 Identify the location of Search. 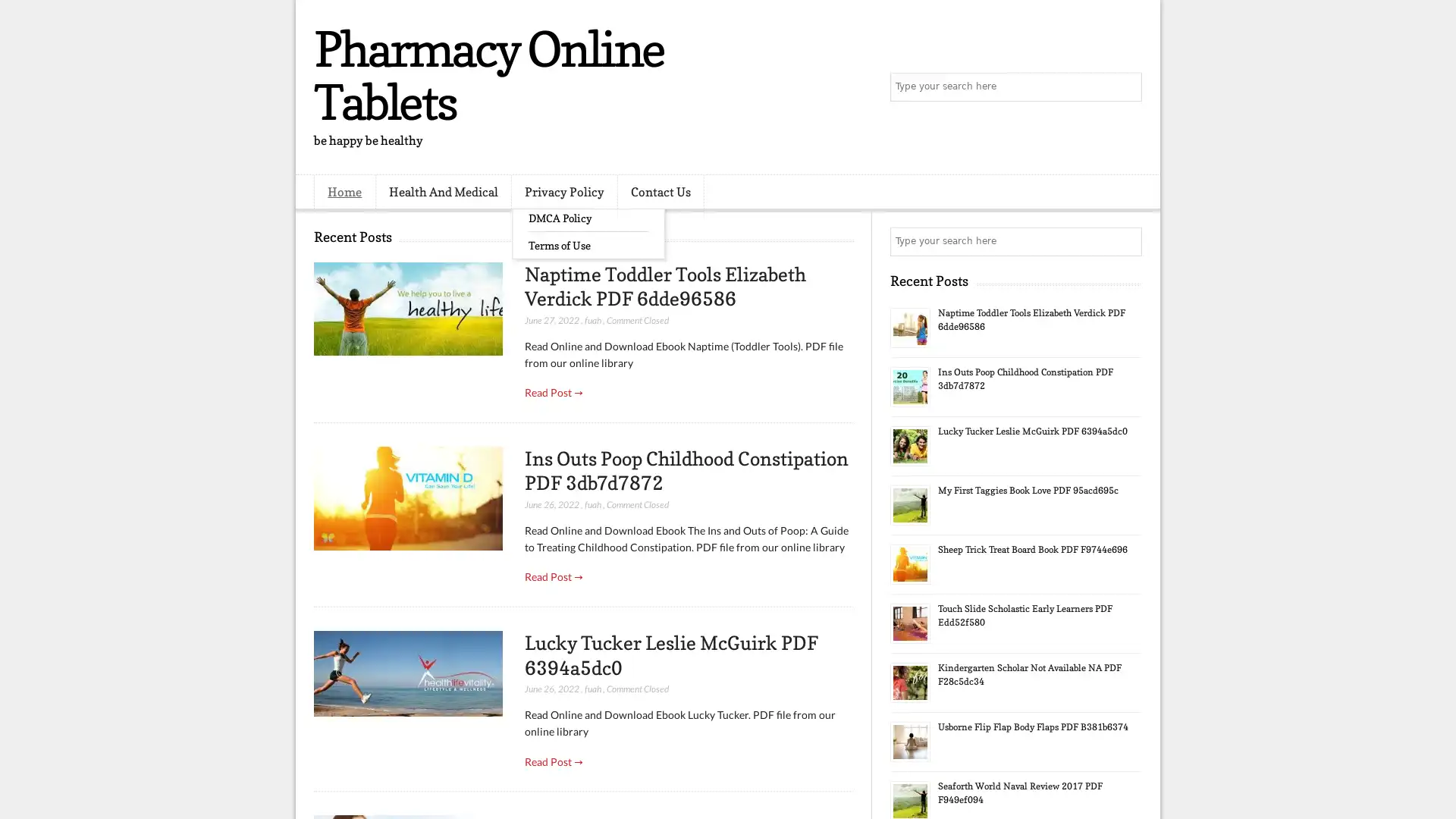
(1126, 87).